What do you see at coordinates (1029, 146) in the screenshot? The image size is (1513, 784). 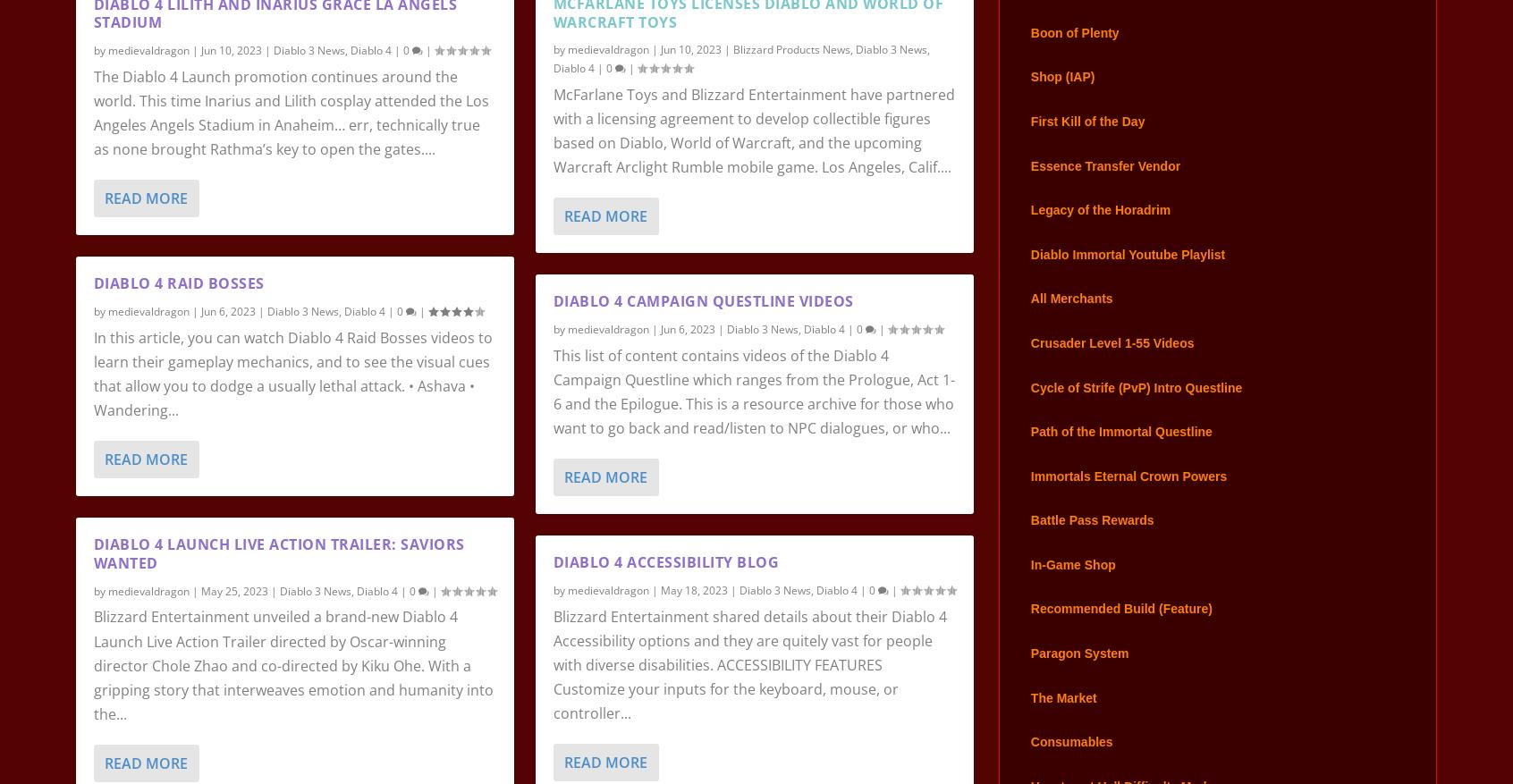 I see `'First Kill of the Day'` at bounding box center [1029, 146].